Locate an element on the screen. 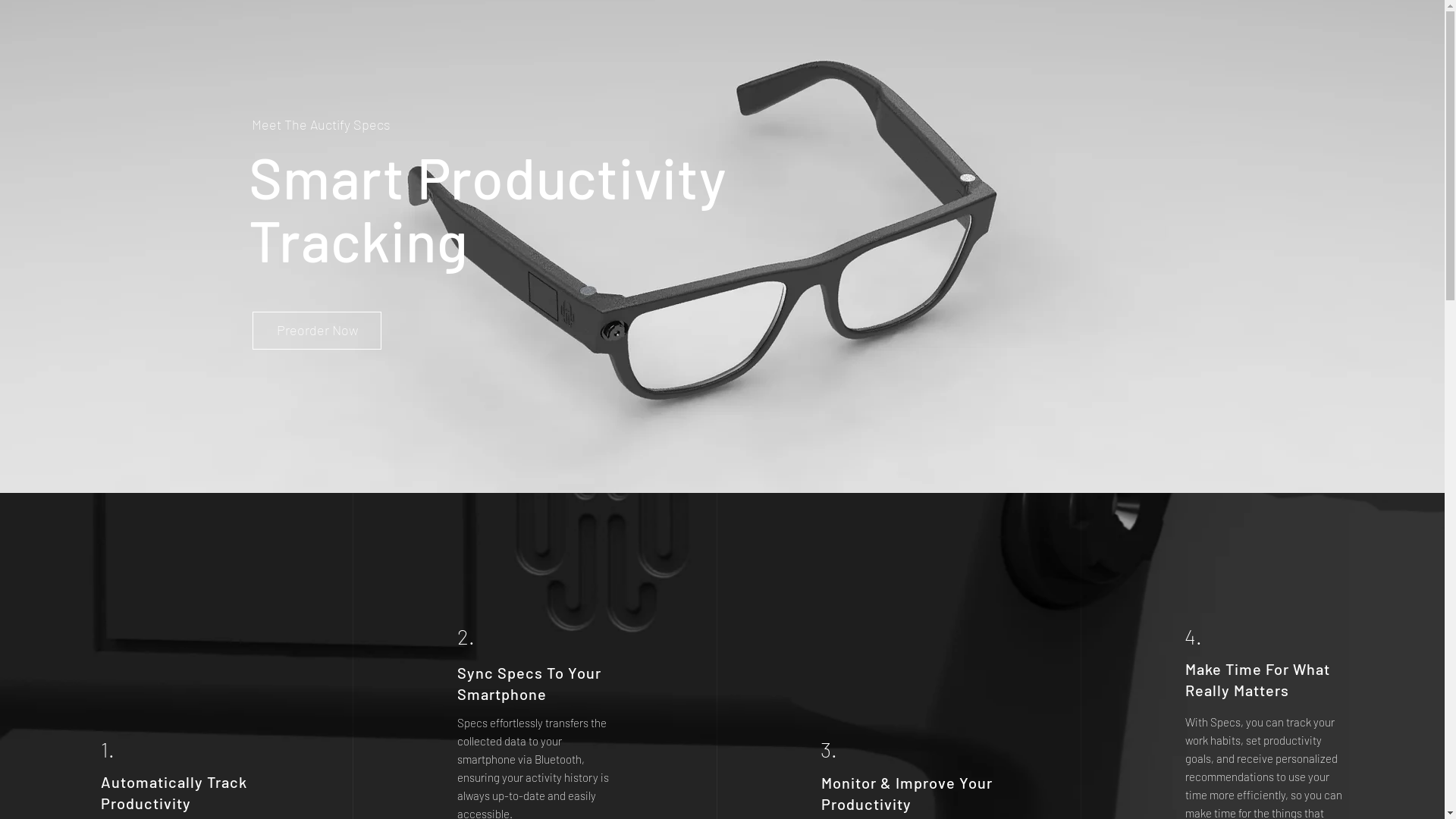 This screenshot has height=819, width=1456. 'Preorder Now' is located at coordinates (315, 329).